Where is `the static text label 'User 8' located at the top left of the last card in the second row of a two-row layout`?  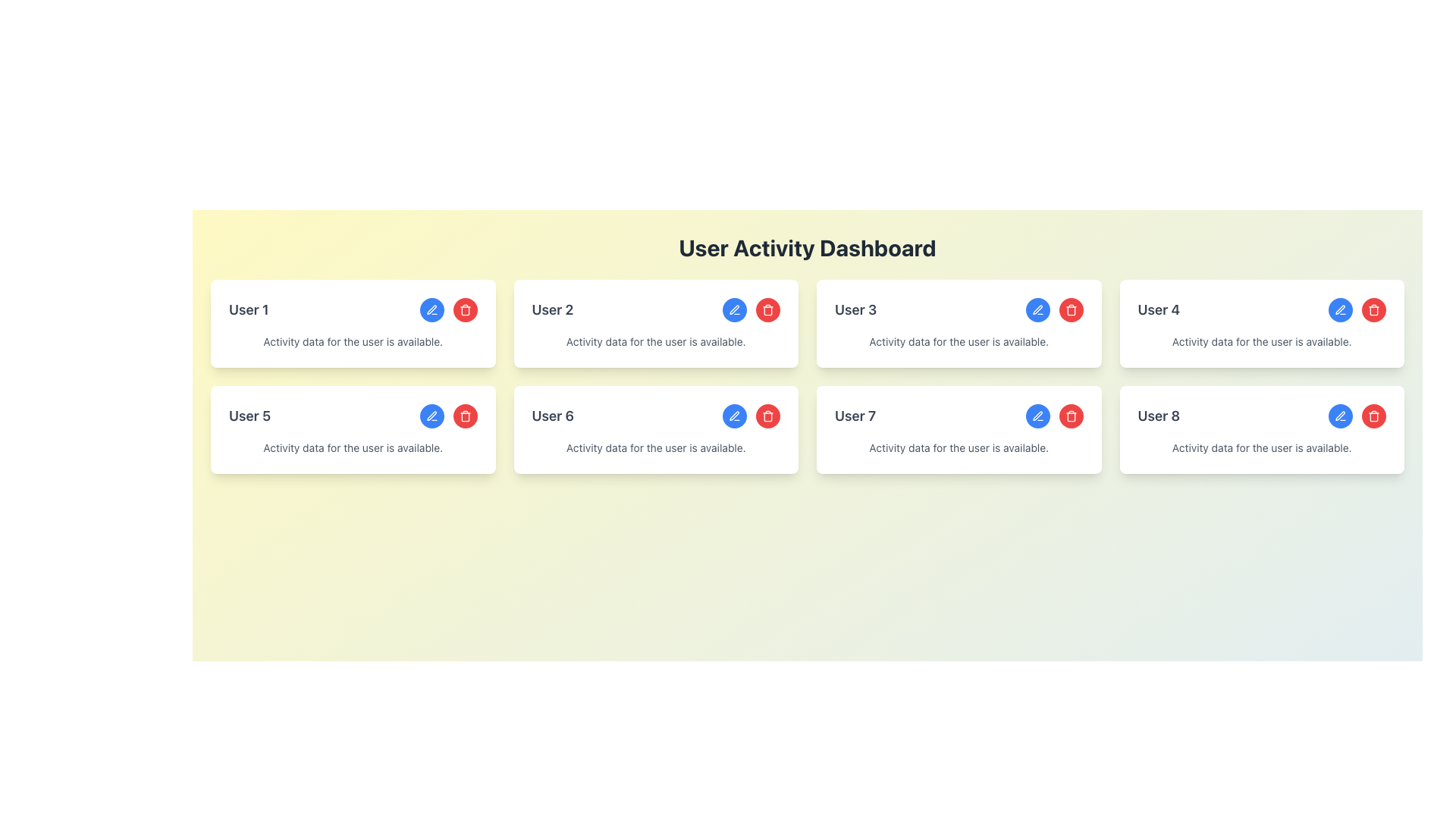
the static text label 'User 8' located at the top left of the last card in the second row of a two-row layout is located at coordinates (1158, 416).